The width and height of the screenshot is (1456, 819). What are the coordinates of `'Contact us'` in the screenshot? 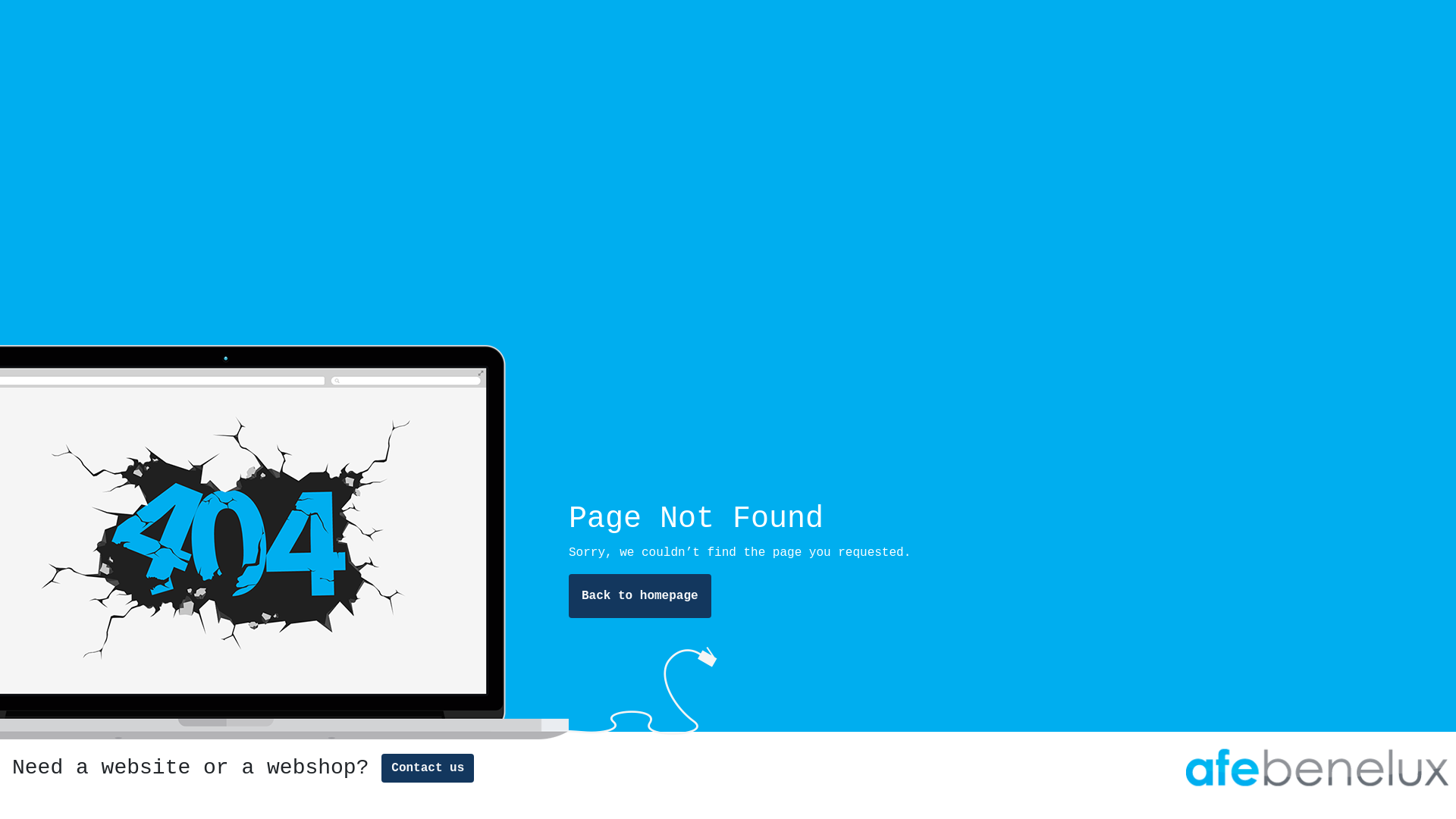 It's located at (381, 768).